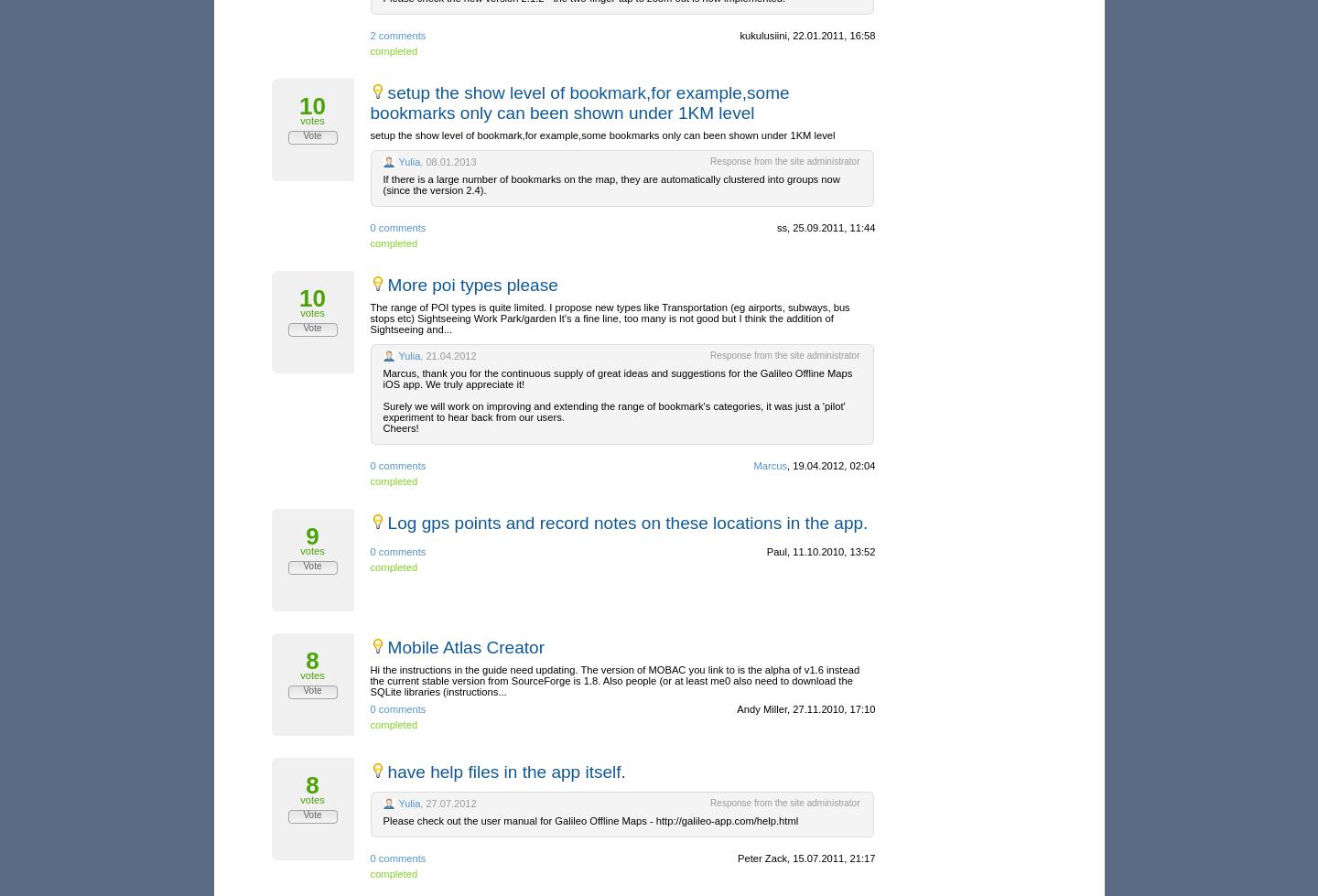  What do you see at coordinates (447, 355) in the screenshot?
I see `', 21.04.2012'` at bounding box center [447, 355].